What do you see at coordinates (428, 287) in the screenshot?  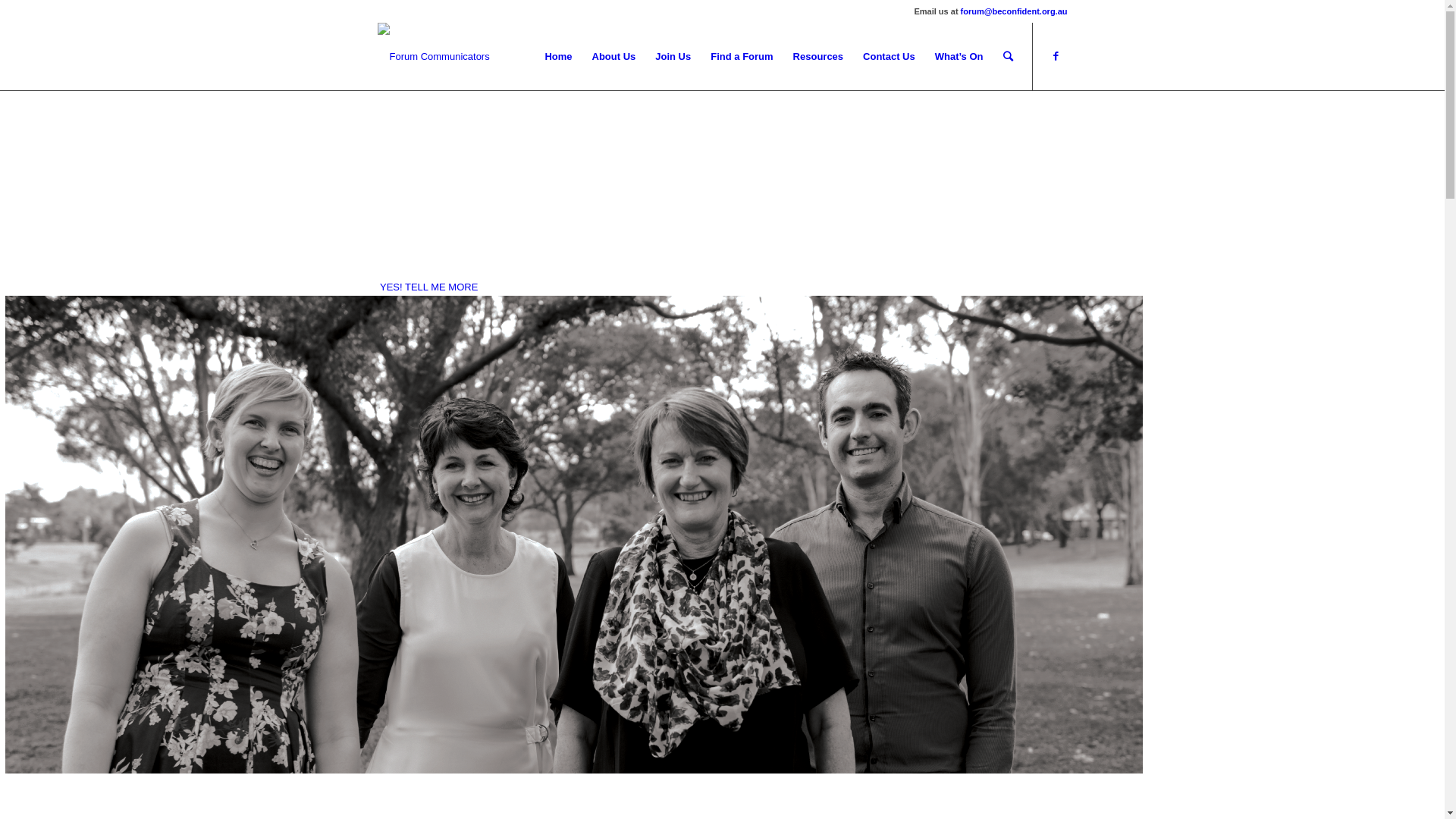 I see `'YES! TELL ME MORE'` at bounding box center [428, 287].